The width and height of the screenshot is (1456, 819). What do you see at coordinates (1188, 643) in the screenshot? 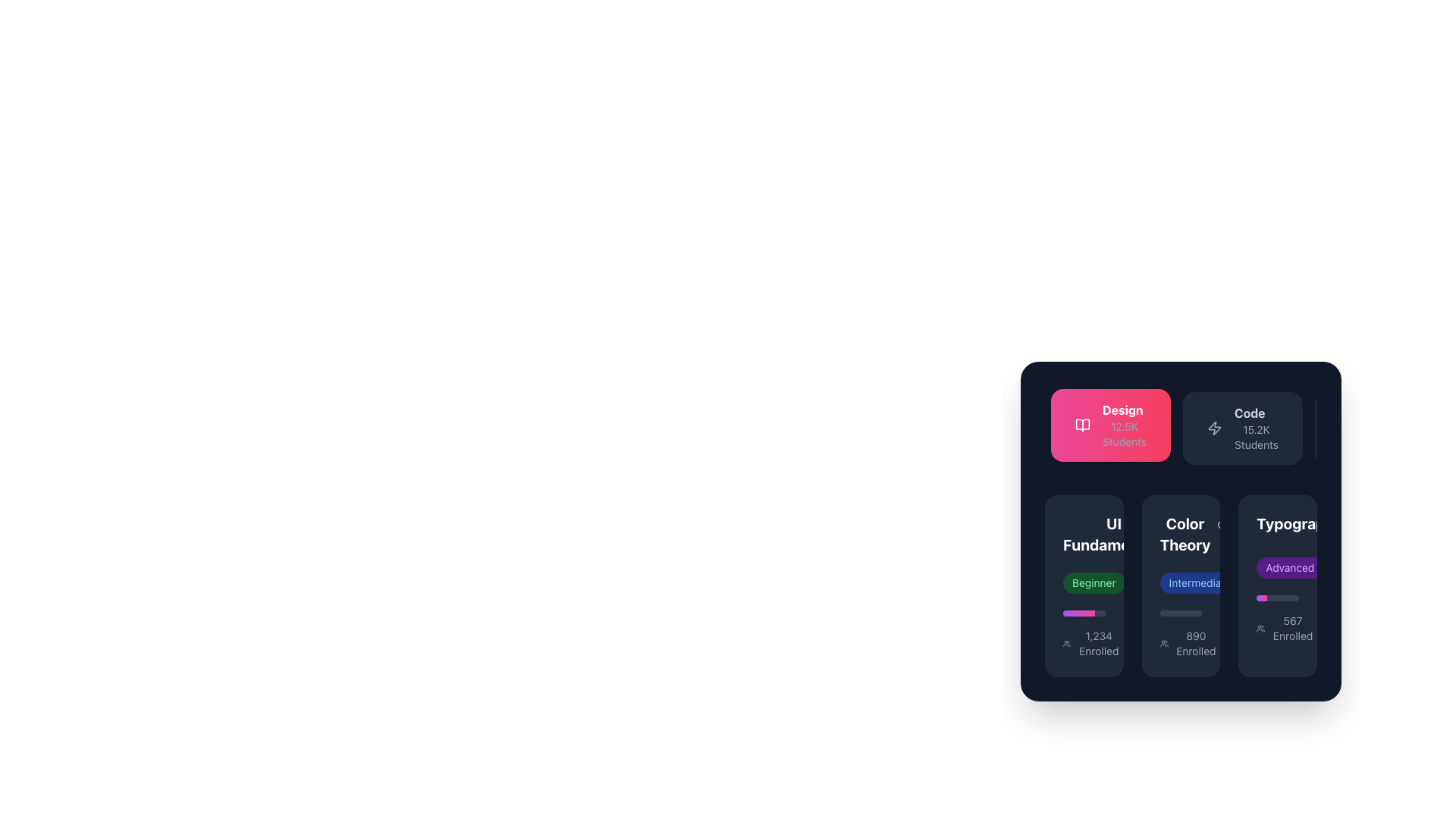
I see `the informational text displaying '890 Enrolled', located beneath the 'Color Theory' card in the bottom row of the card-like structure` at bounding box center [1188, 643].